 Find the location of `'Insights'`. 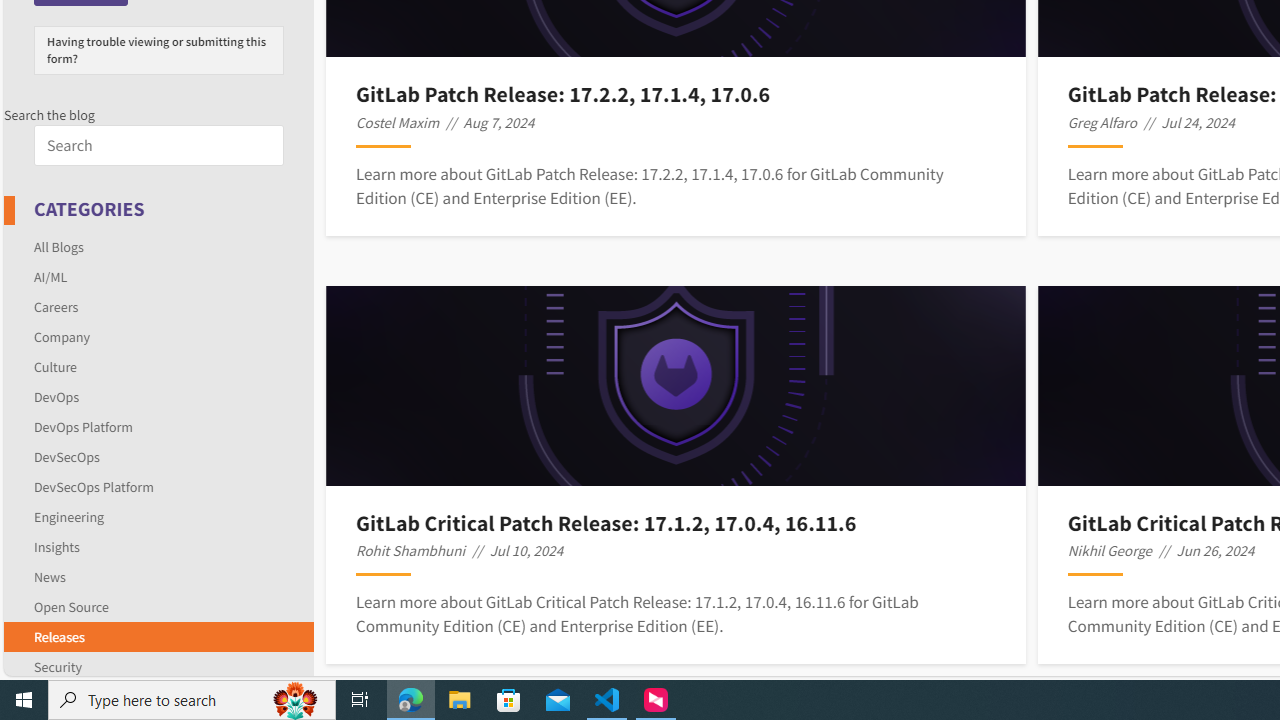

'Insights' is located at coordinates (56, 546).